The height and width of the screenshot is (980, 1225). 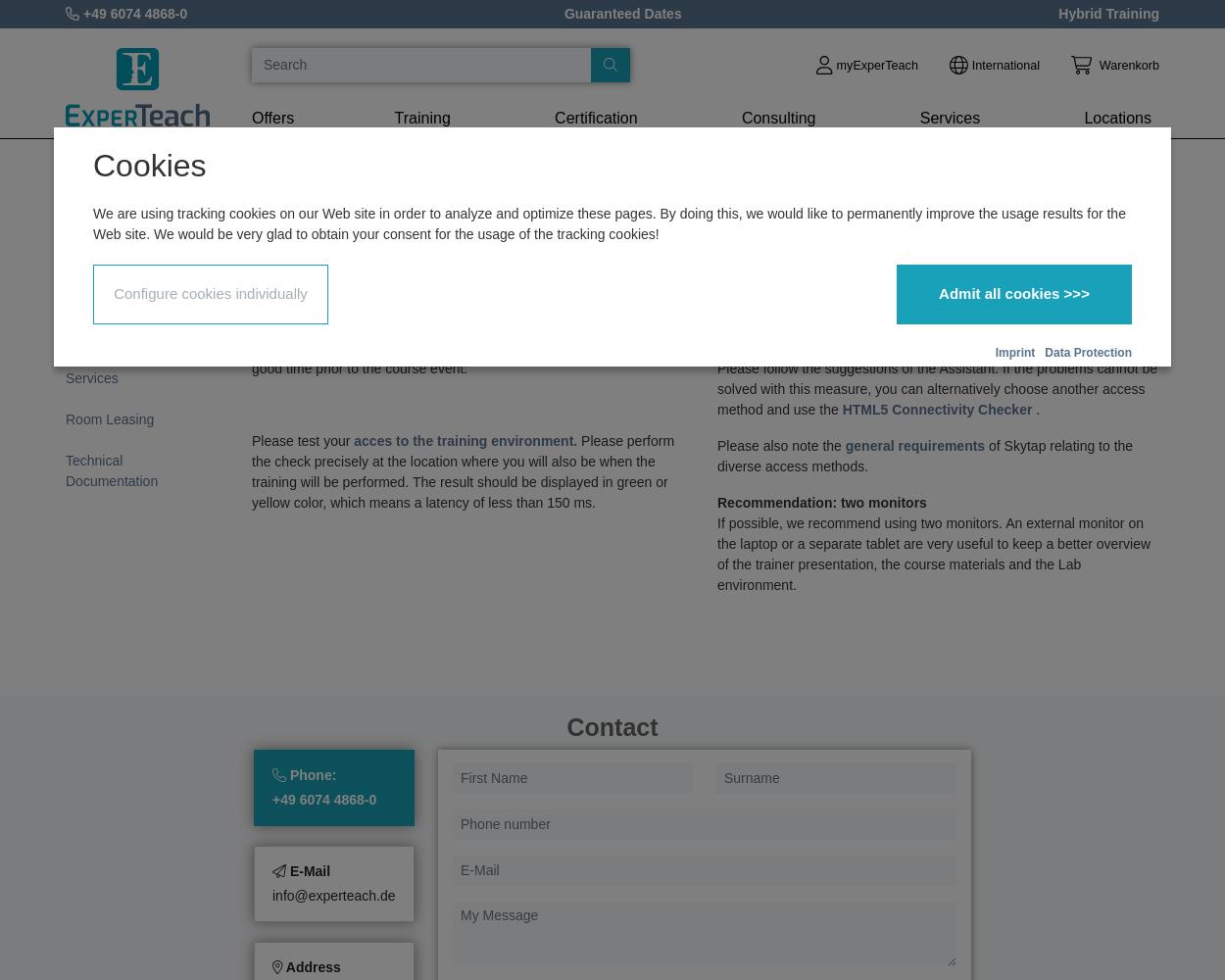 What do you see at coordinates (916, 445) in the screenshot?
I see `'general requirements'` at bounding box center [916, 445].